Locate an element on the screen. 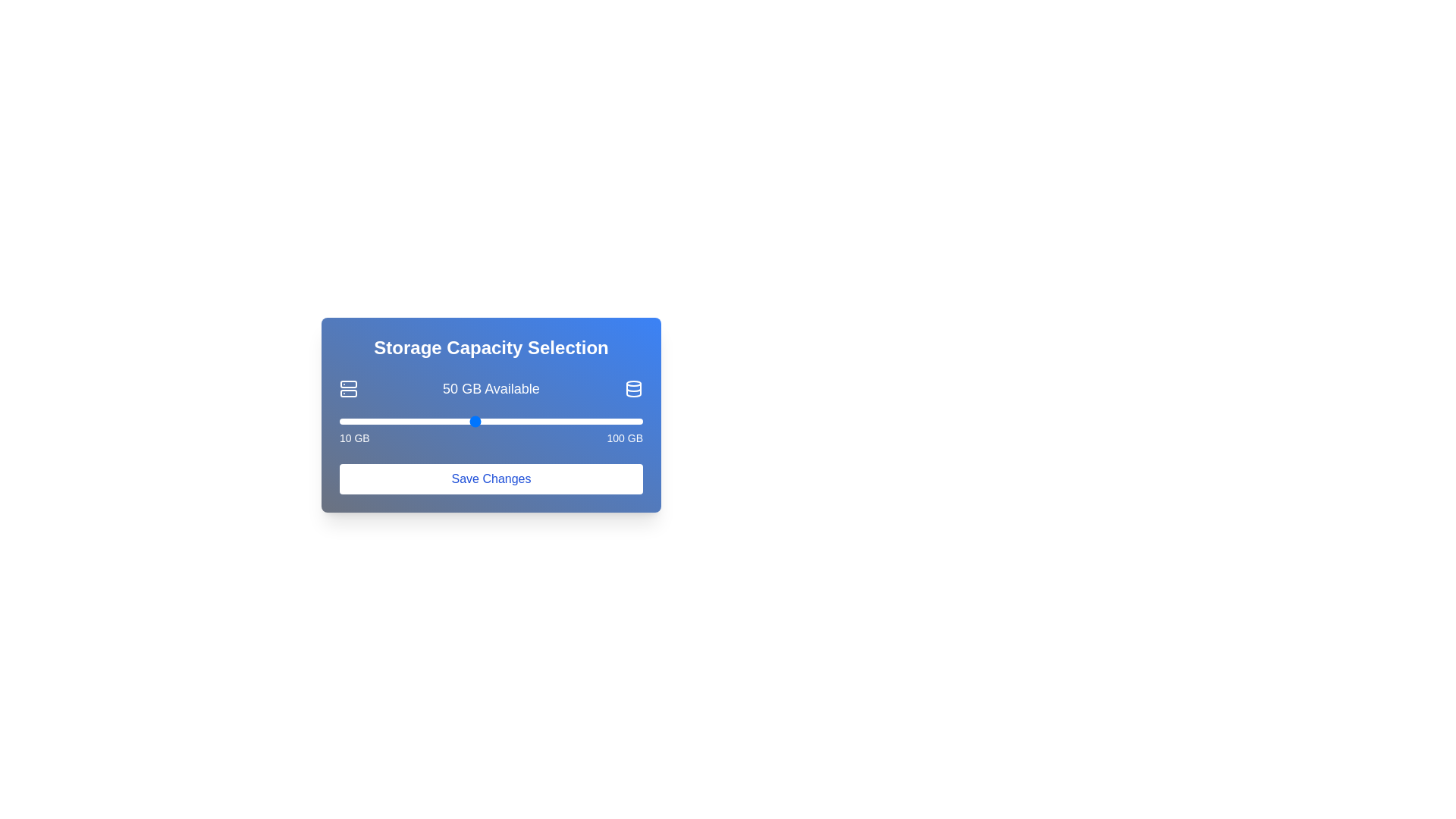 The height and width of the screenshot is (819, 1456). the storage slider to set the storage capacity to 32 GB is located at coordinates (413, 421).